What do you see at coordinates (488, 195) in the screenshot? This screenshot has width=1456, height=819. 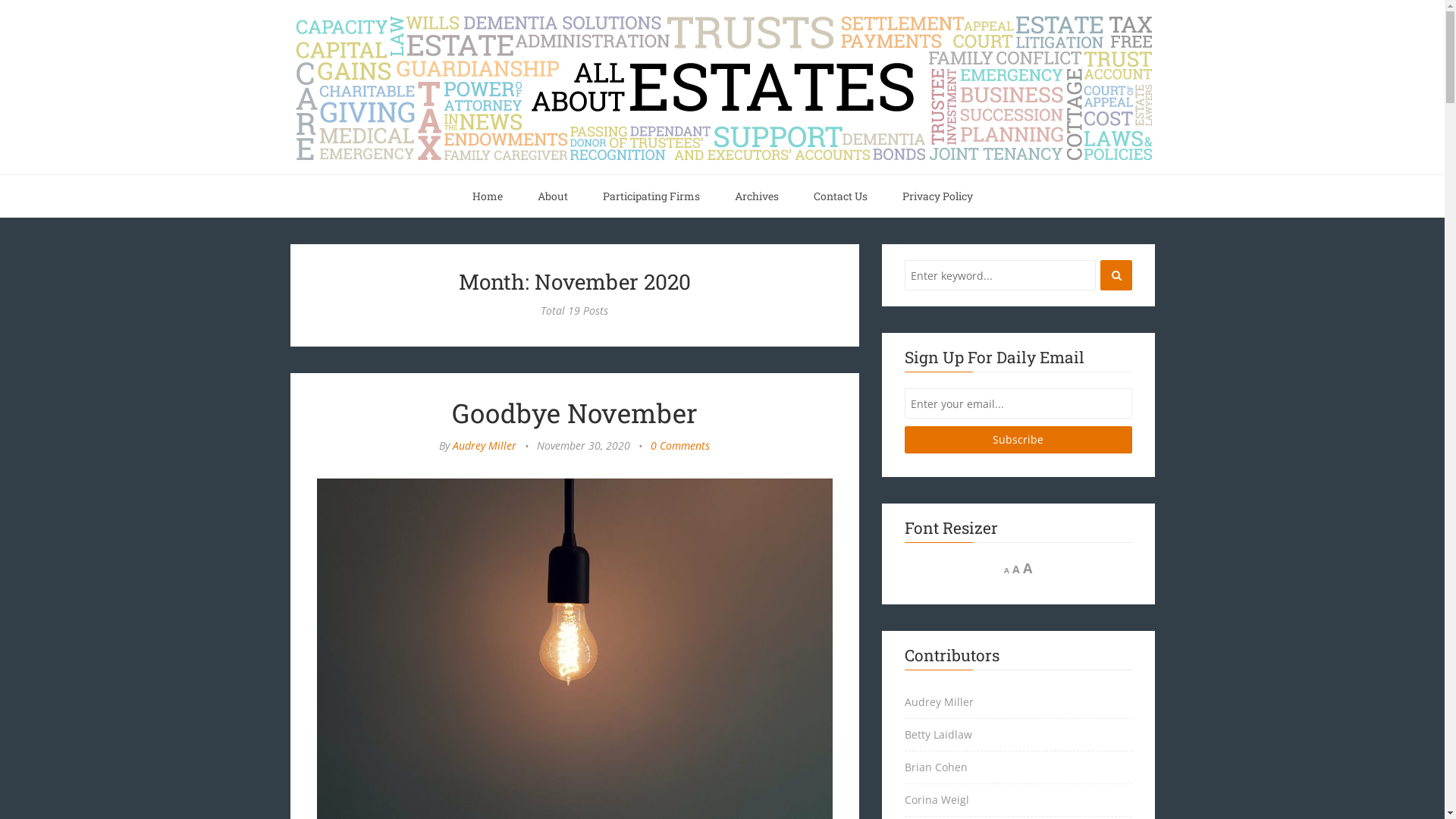 I see `'Home'` at bounding box center [488, 195].